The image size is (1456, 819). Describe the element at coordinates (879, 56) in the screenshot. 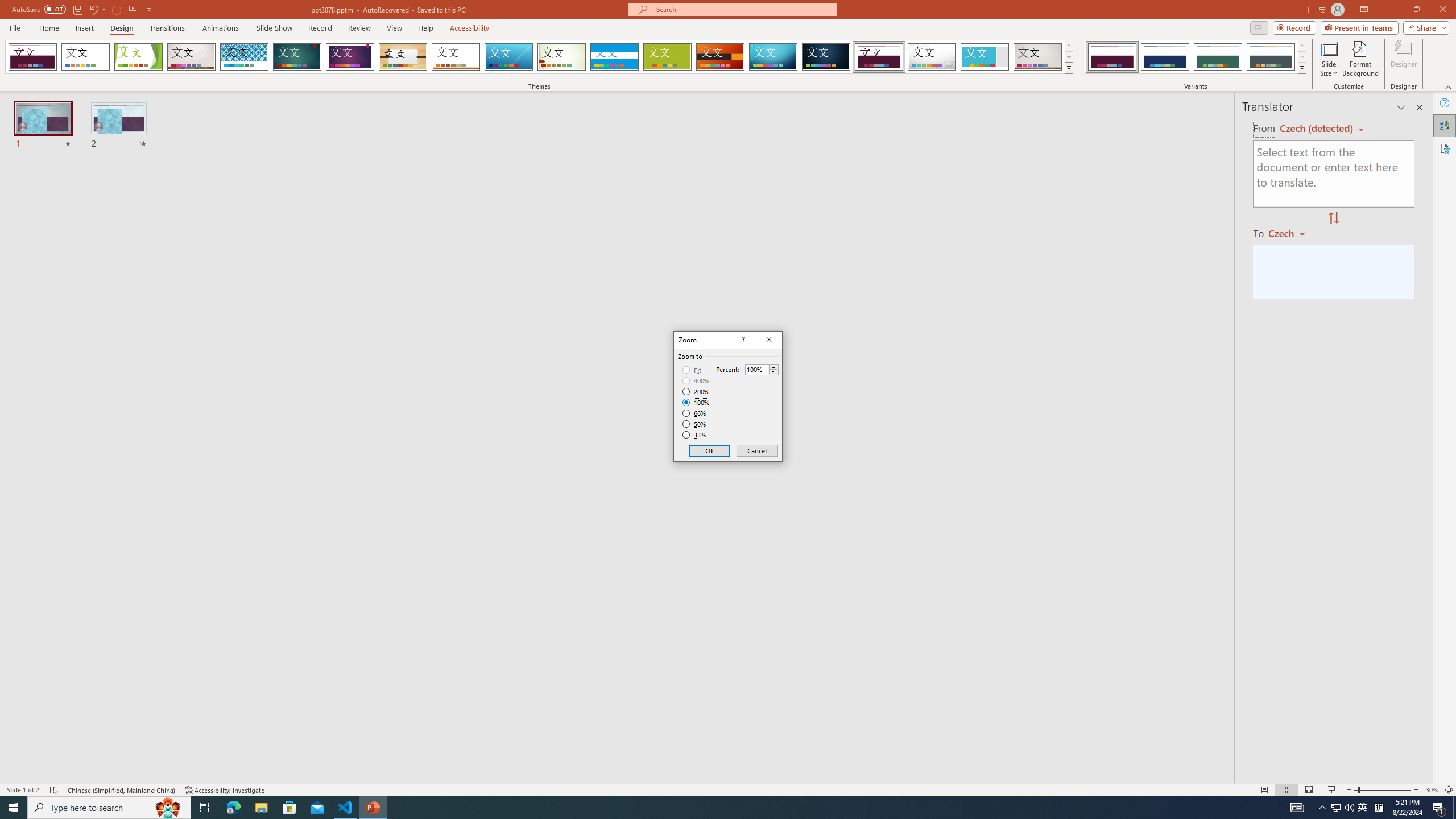

I see `'Dividend'` at that location.